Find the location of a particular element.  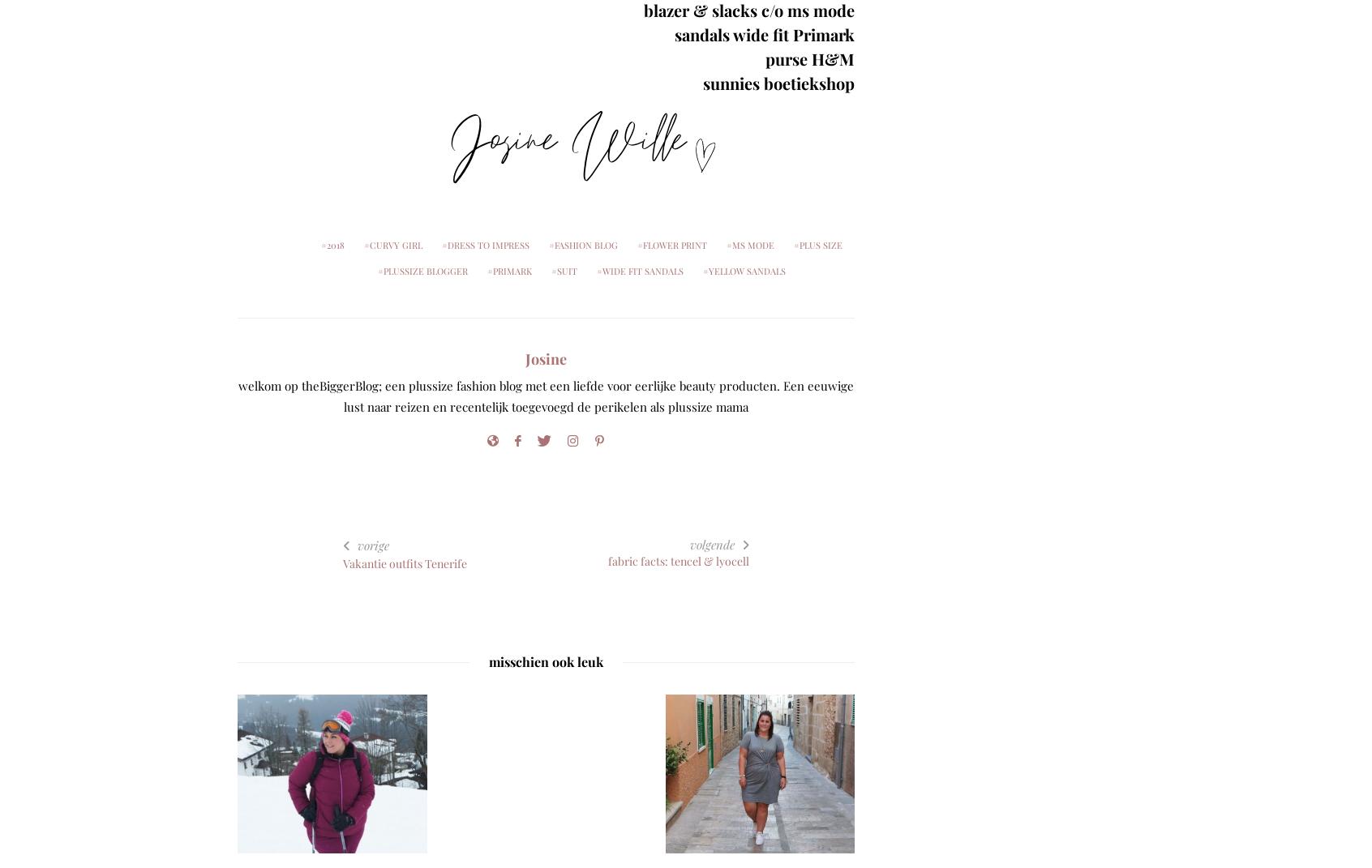

'Primark' is located at coordinates (510, 270).